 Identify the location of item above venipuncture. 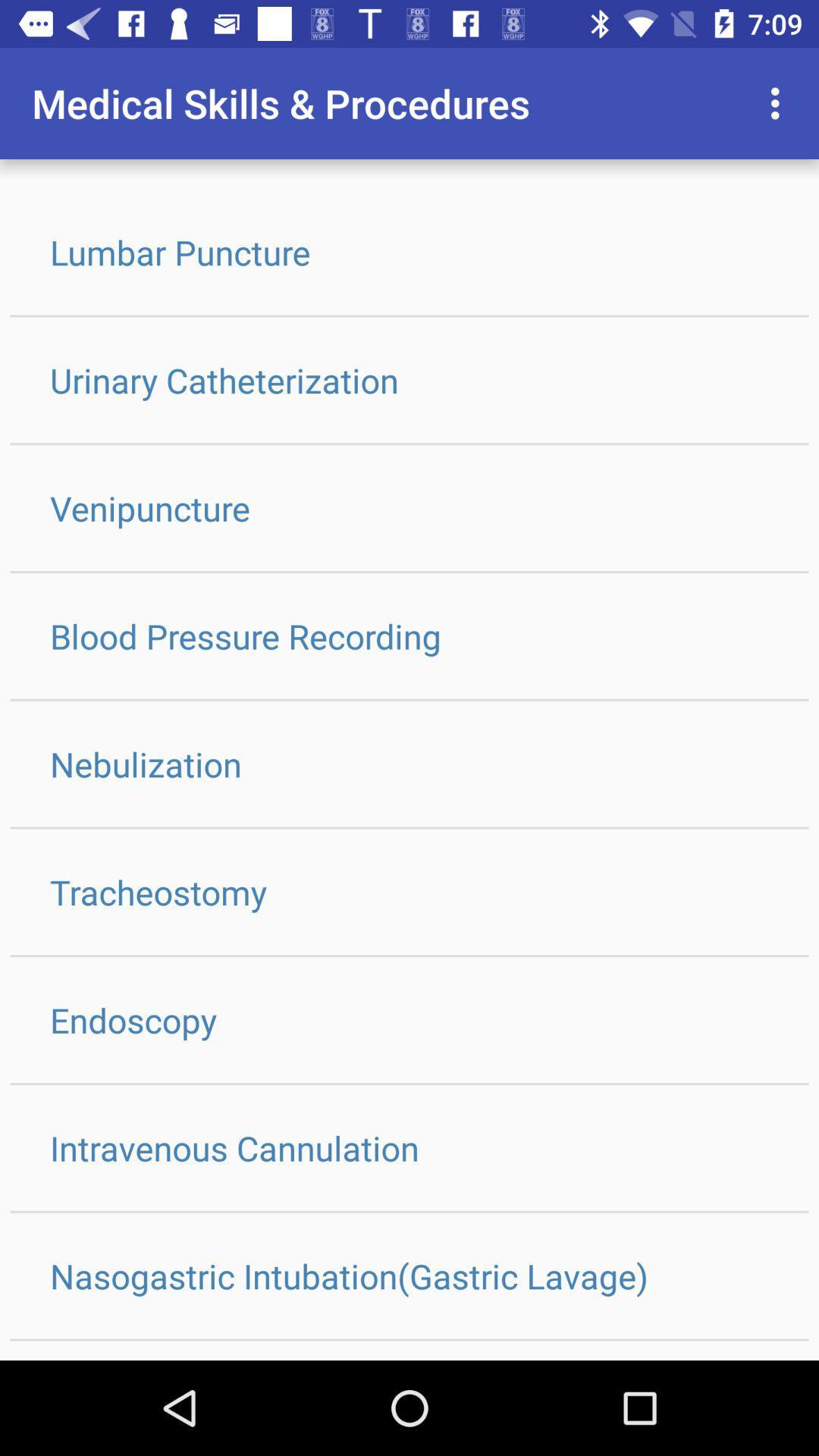
(409, 380).